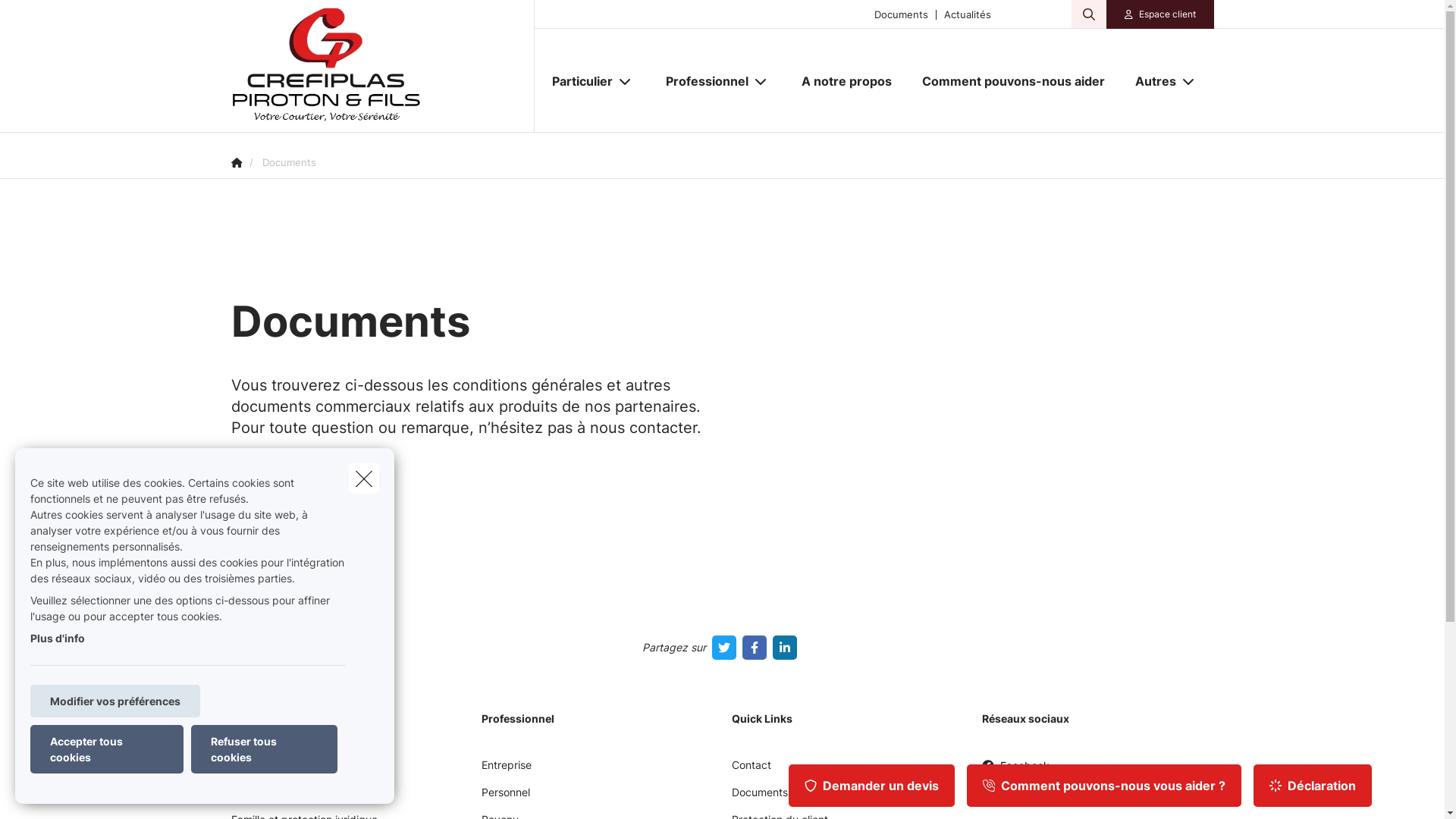 This screenshot has height=819, width=1456. I want to click on 'Comment pouvons-nous aider', so click(1013, 81).